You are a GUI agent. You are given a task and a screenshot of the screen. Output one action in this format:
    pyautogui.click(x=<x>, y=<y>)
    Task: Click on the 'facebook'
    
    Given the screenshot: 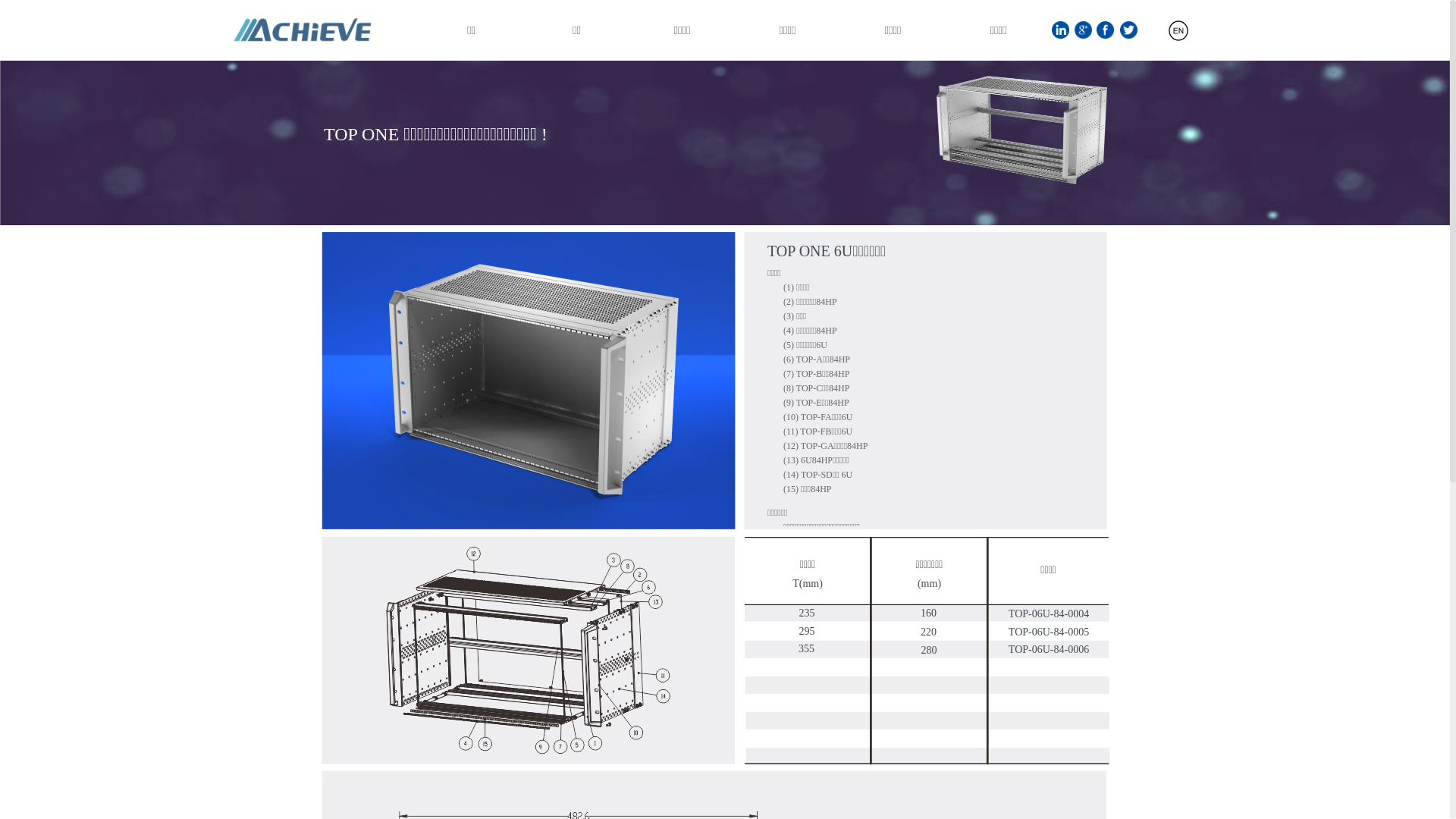 What is the action you would take?
    pyautogui.click(x=1105, y=30)
    